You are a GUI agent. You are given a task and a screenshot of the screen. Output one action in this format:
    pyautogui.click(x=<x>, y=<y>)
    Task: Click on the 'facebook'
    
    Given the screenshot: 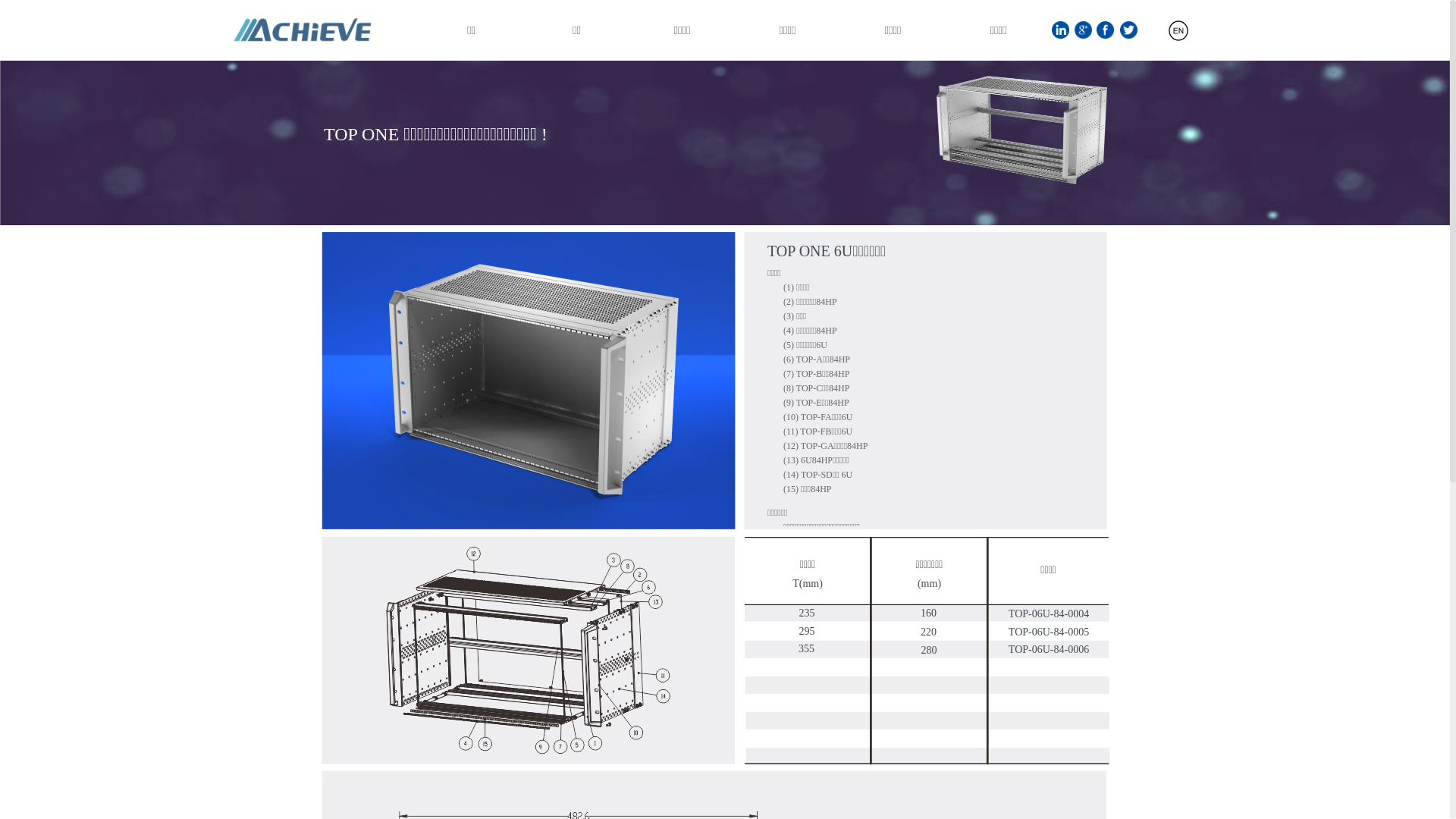 What is the action you would take?
    pyautogui.click(x=1105, y=30)
    